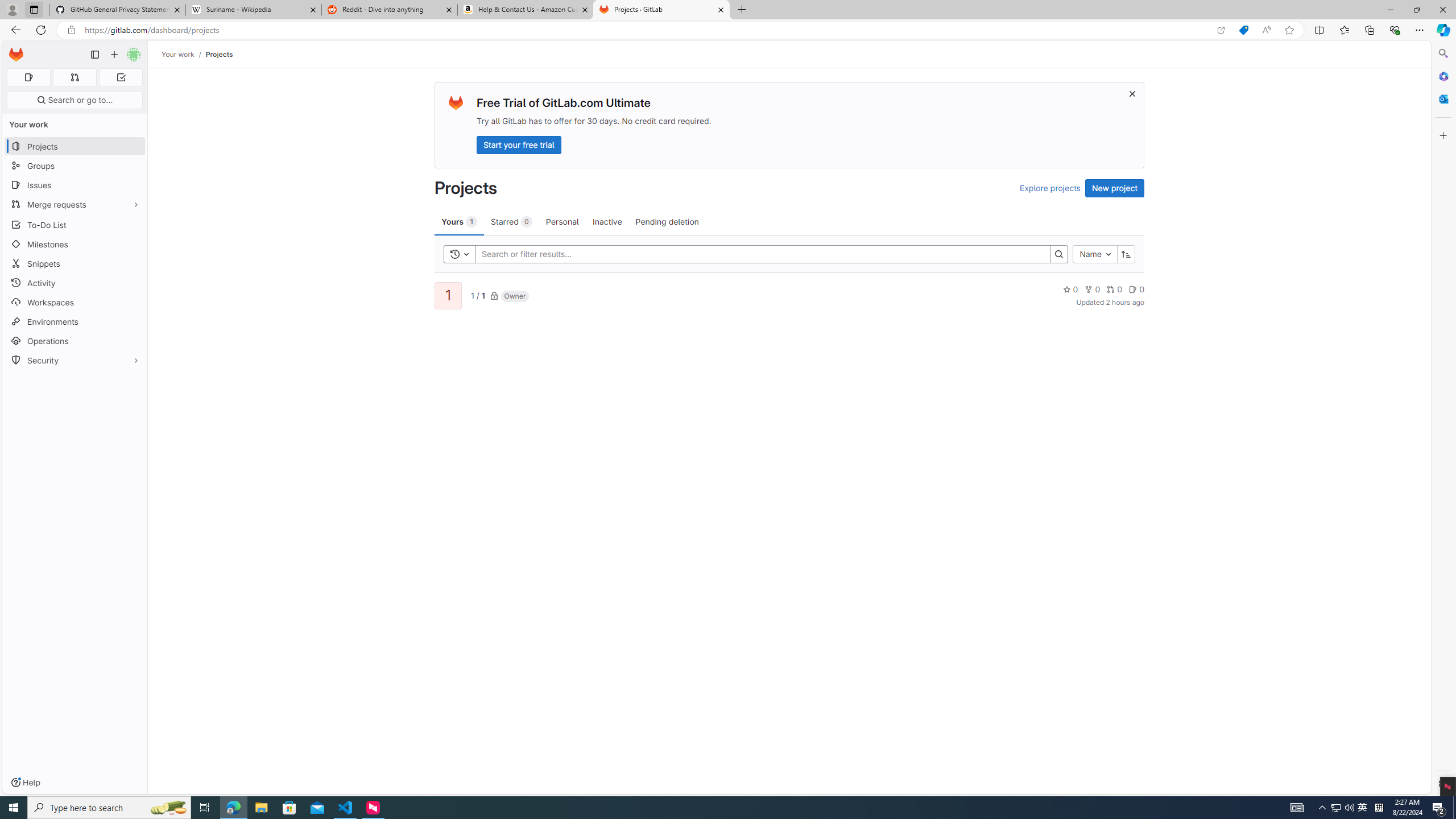 Image resolution: width=1456 pixels, height=819 pixels. Describe the element at coordinates (477, 295) in the screenshot. I see `'1 / 1'` at that location.